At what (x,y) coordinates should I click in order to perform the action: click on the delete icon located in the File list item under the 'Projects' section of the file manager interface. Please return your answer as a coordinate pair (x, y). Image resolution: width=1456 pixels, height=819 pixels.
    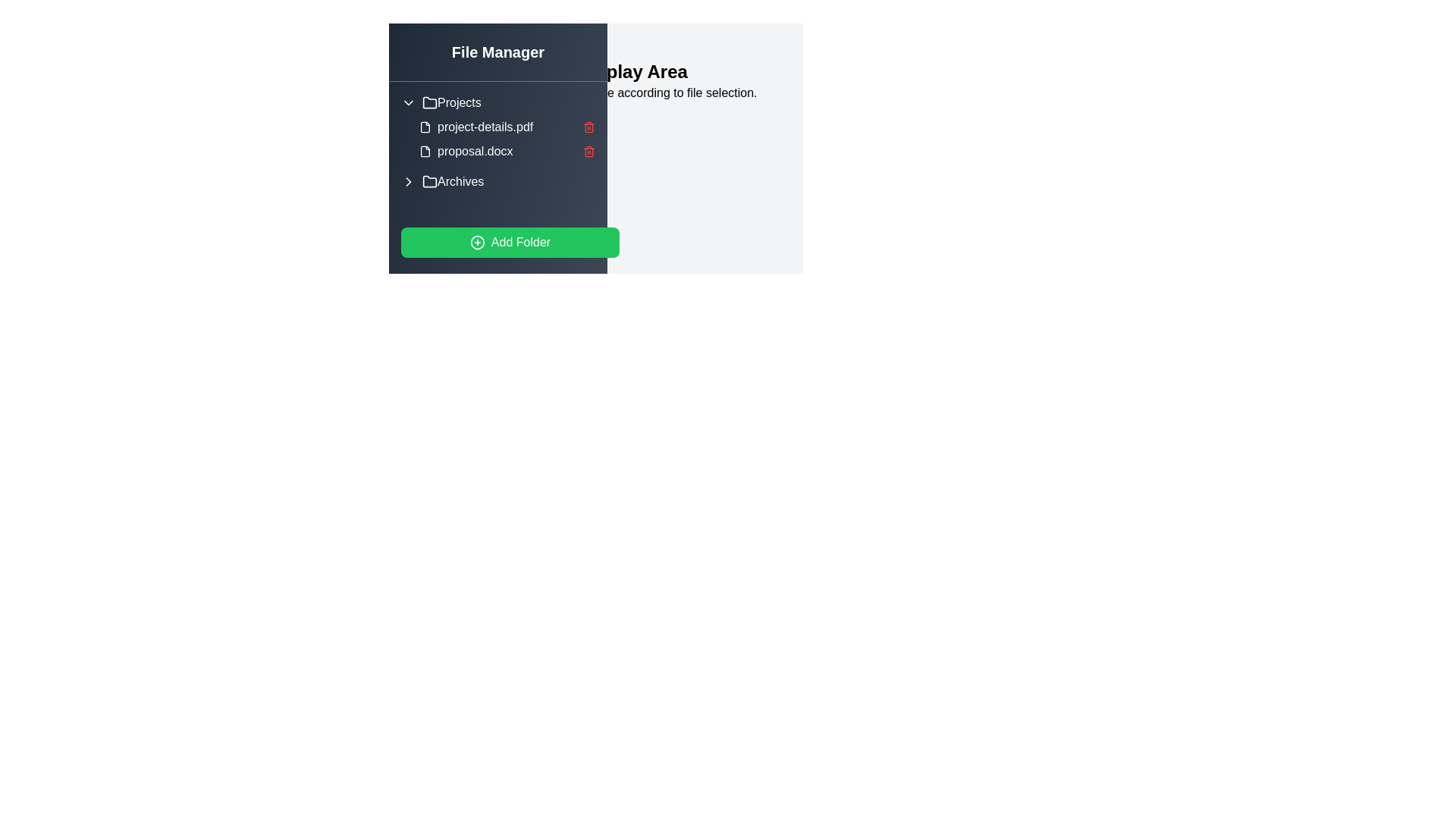
    Looking at the image, I should click on (507, 140).